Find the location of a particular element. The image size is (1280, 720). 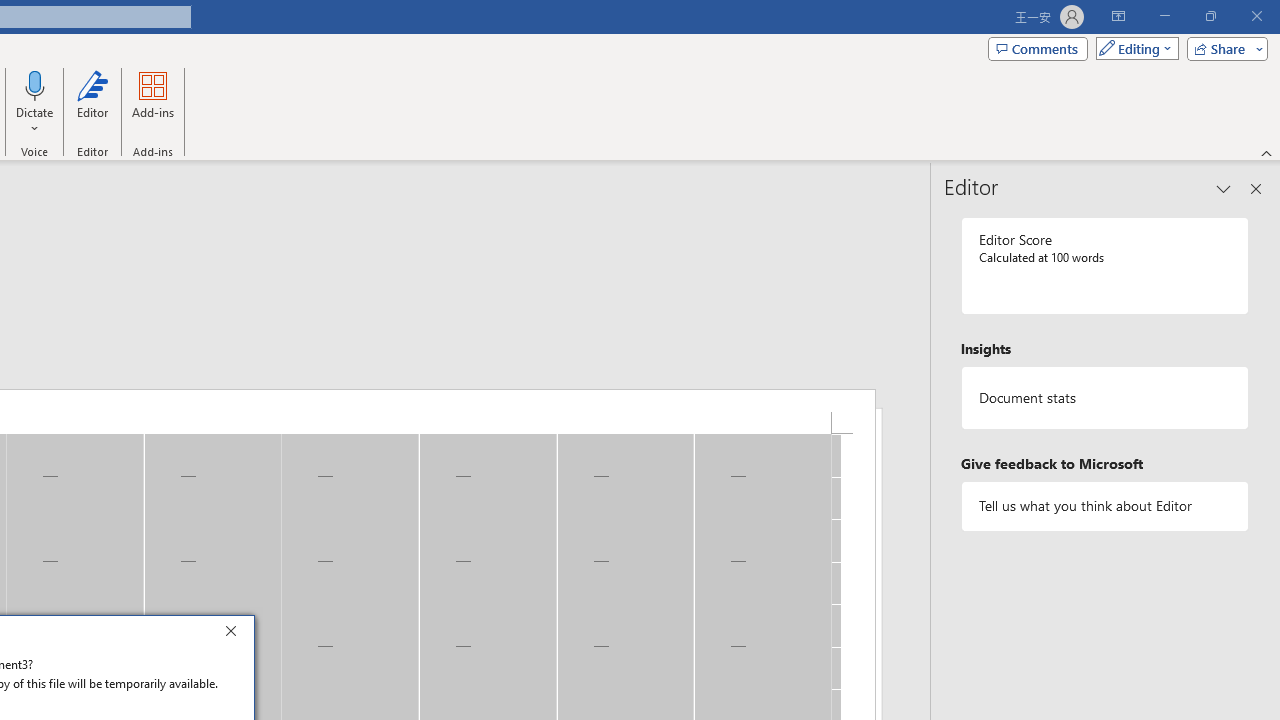

'Editor' is located at coordinates (91, 103).